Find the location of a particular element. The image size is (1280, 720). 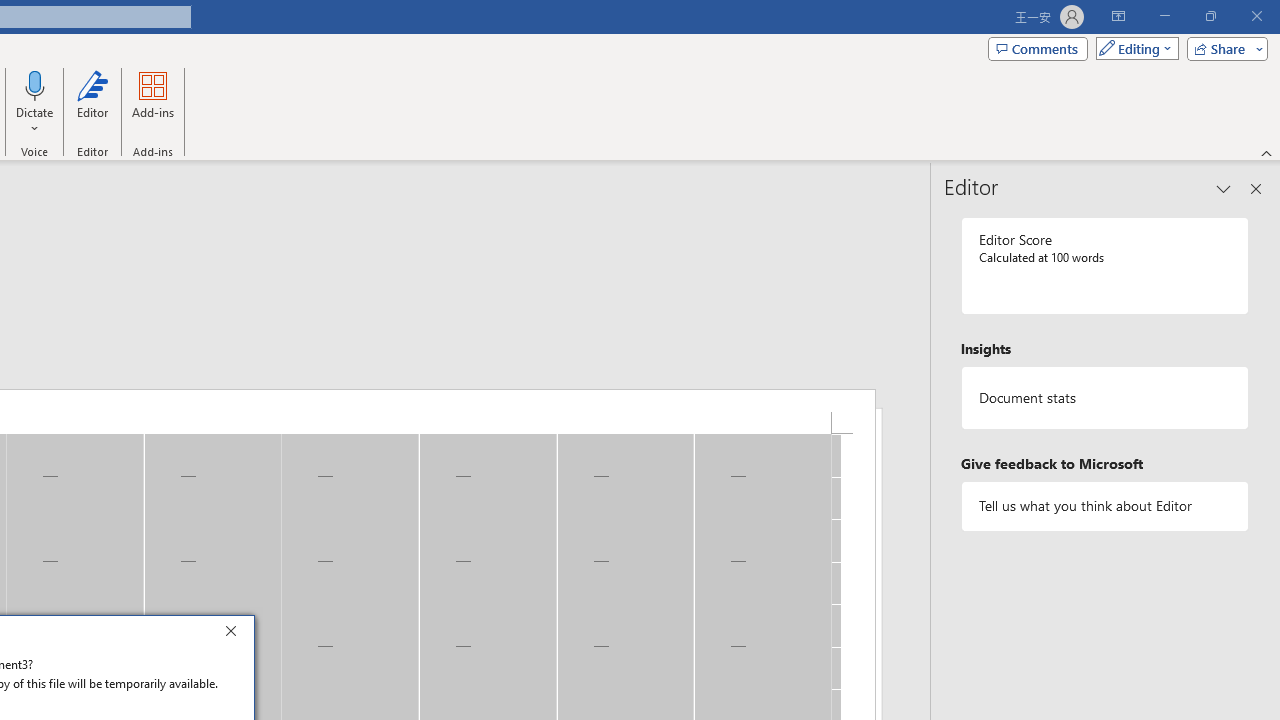

'Editor' is located at coordinates (91, 103).